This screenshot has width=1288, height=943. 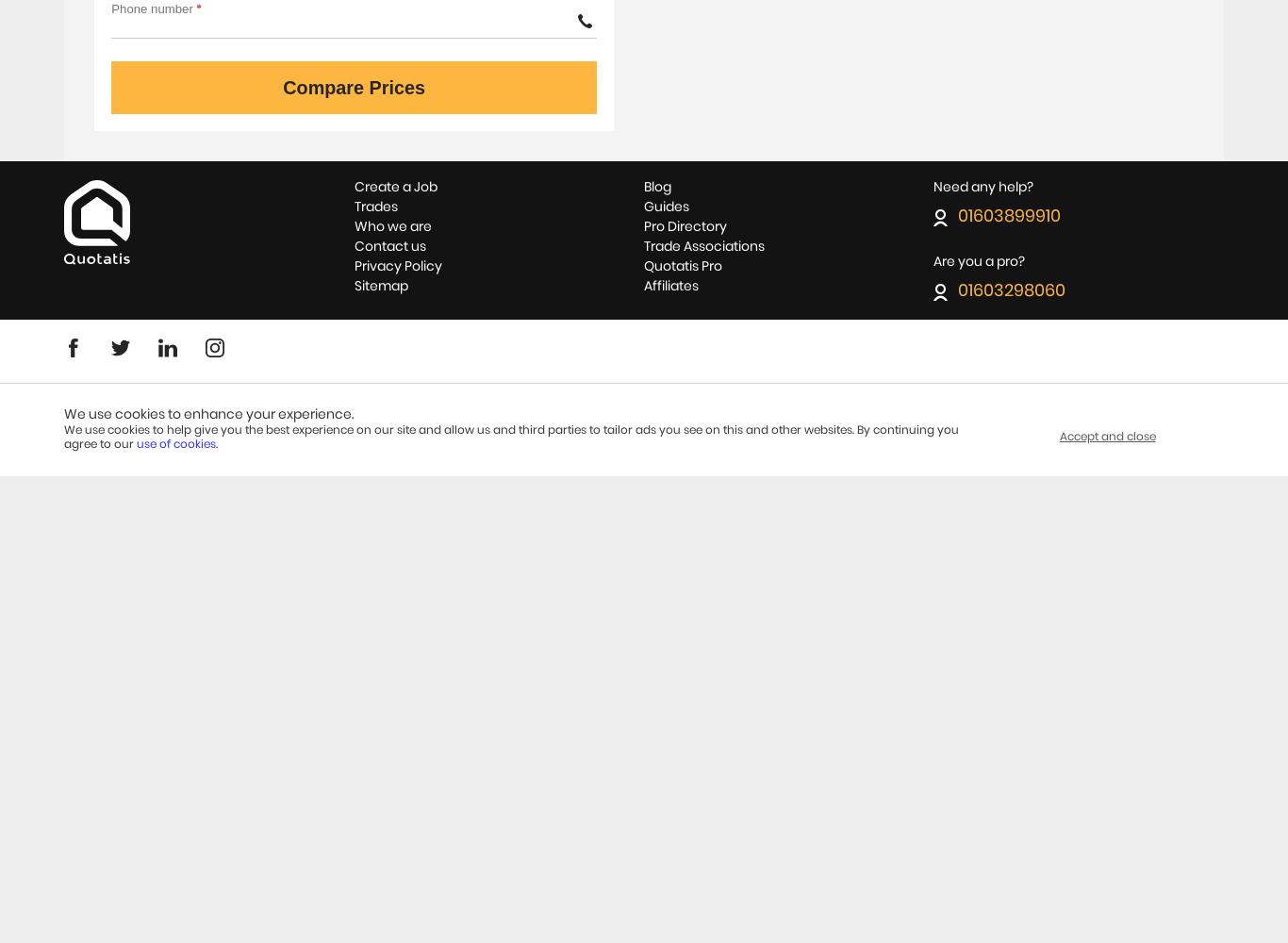 What do you see at coordinates (982, 186) in the screenshot?
I see `'Need any help?'` at bounding box center [982, 186].